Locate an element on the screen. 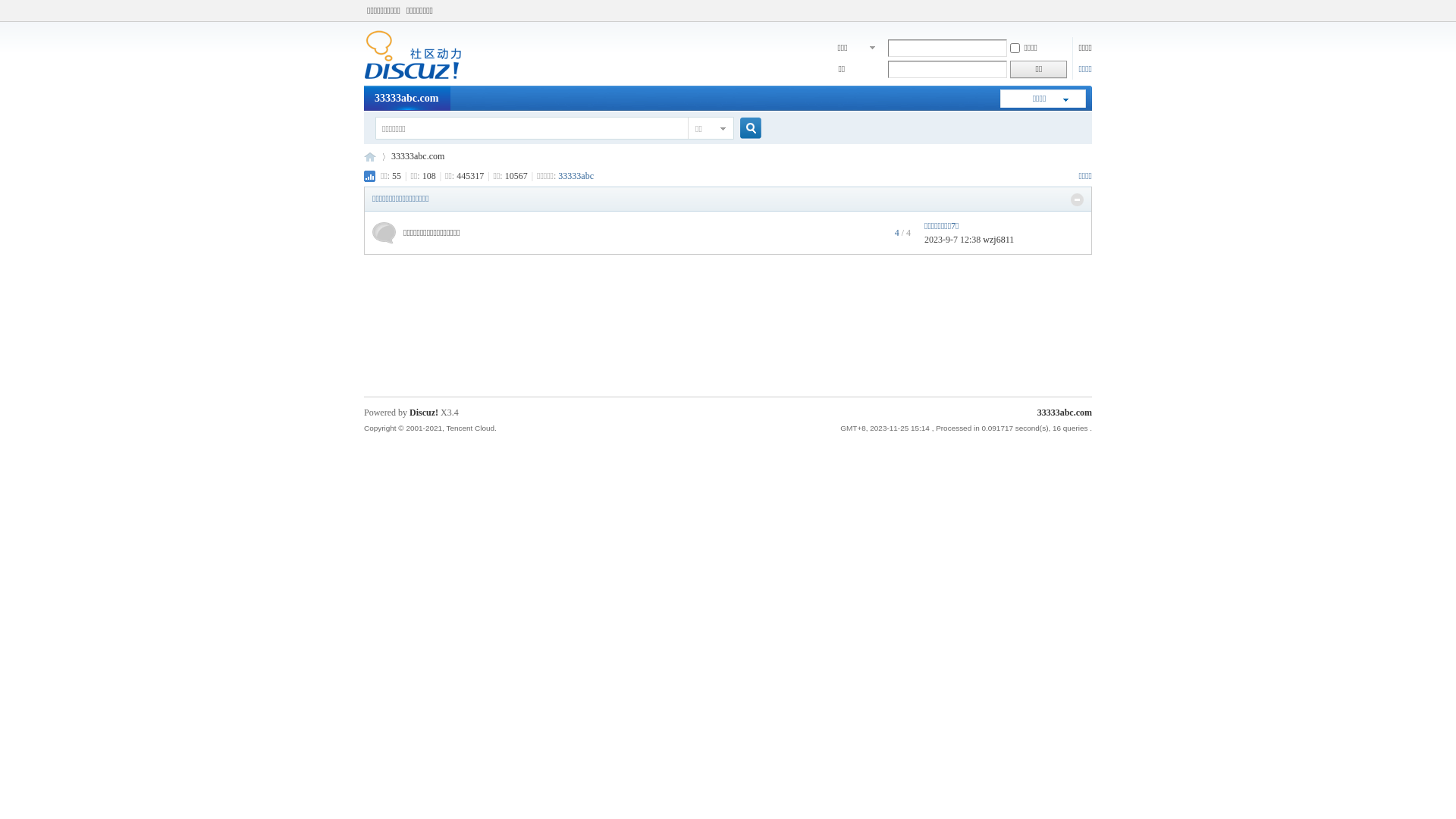 The height and width of the screenshot is (819, 1456). '33333abc' is located at coordinates (575, 174).